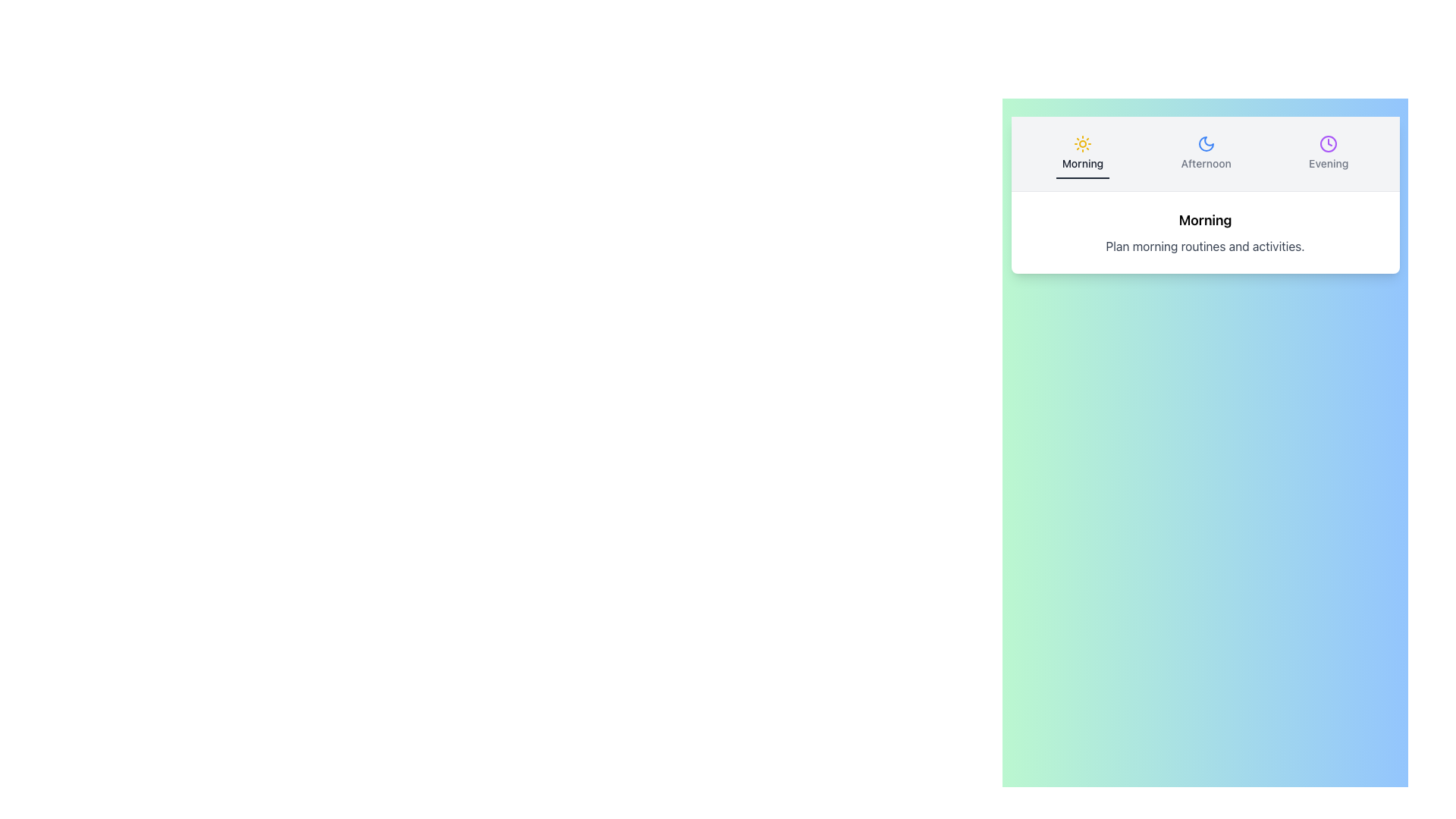 Image resolution: width=1456 pixels, height=819 pixels. What do you see at coordinates (1204, 154) in the screenshot?
I see `the navigation tab button` at bounding box center [1204, 154].